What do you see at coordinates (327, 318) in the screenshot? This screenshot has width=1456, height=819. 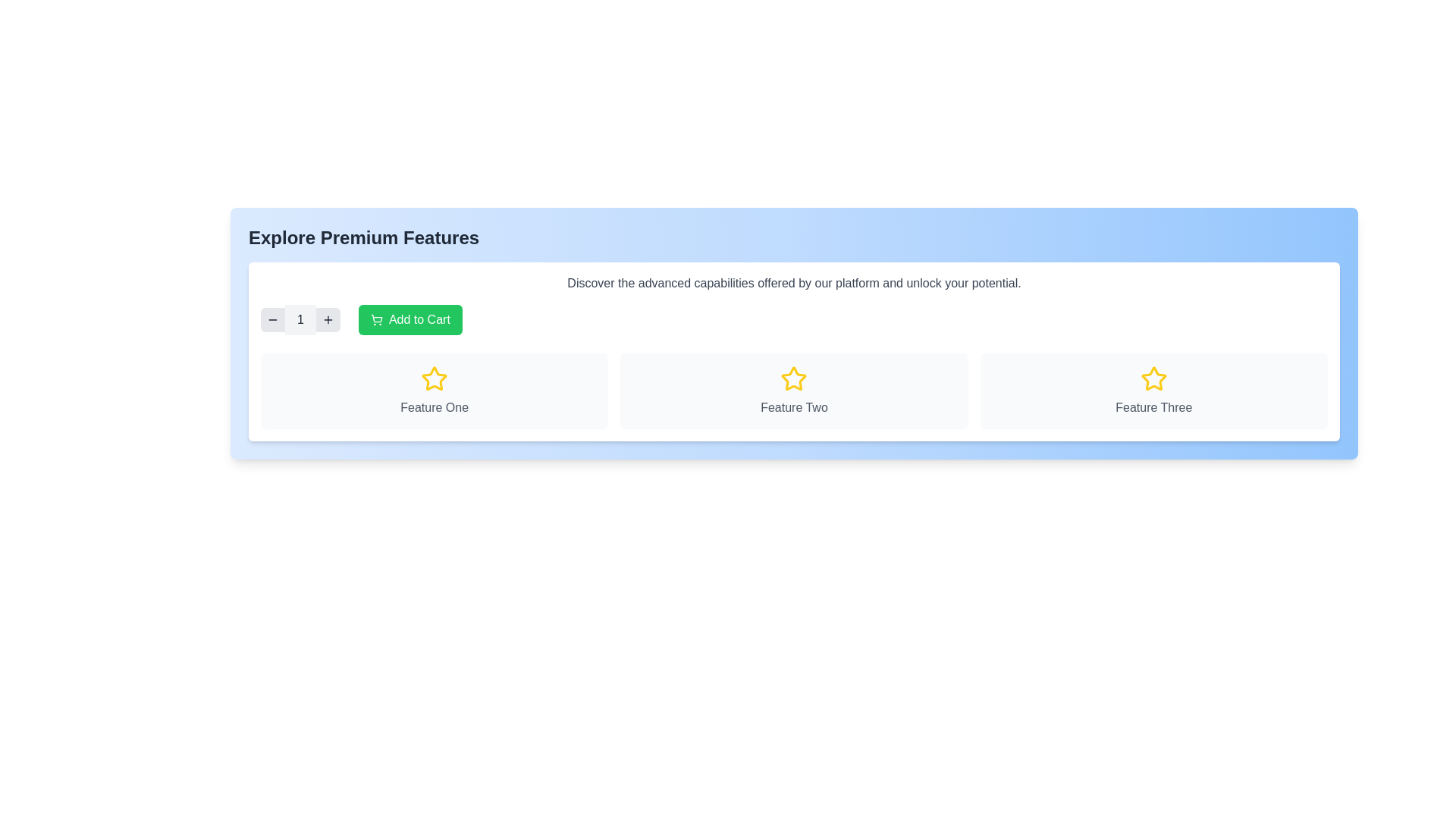 I see `the increment button located in the top-left segment of the interface under the 'Explore Premium Features' section, which is positioned immediately to the right of the decrement button and to the left of the numeric input box` at bounding box center [327, 318].